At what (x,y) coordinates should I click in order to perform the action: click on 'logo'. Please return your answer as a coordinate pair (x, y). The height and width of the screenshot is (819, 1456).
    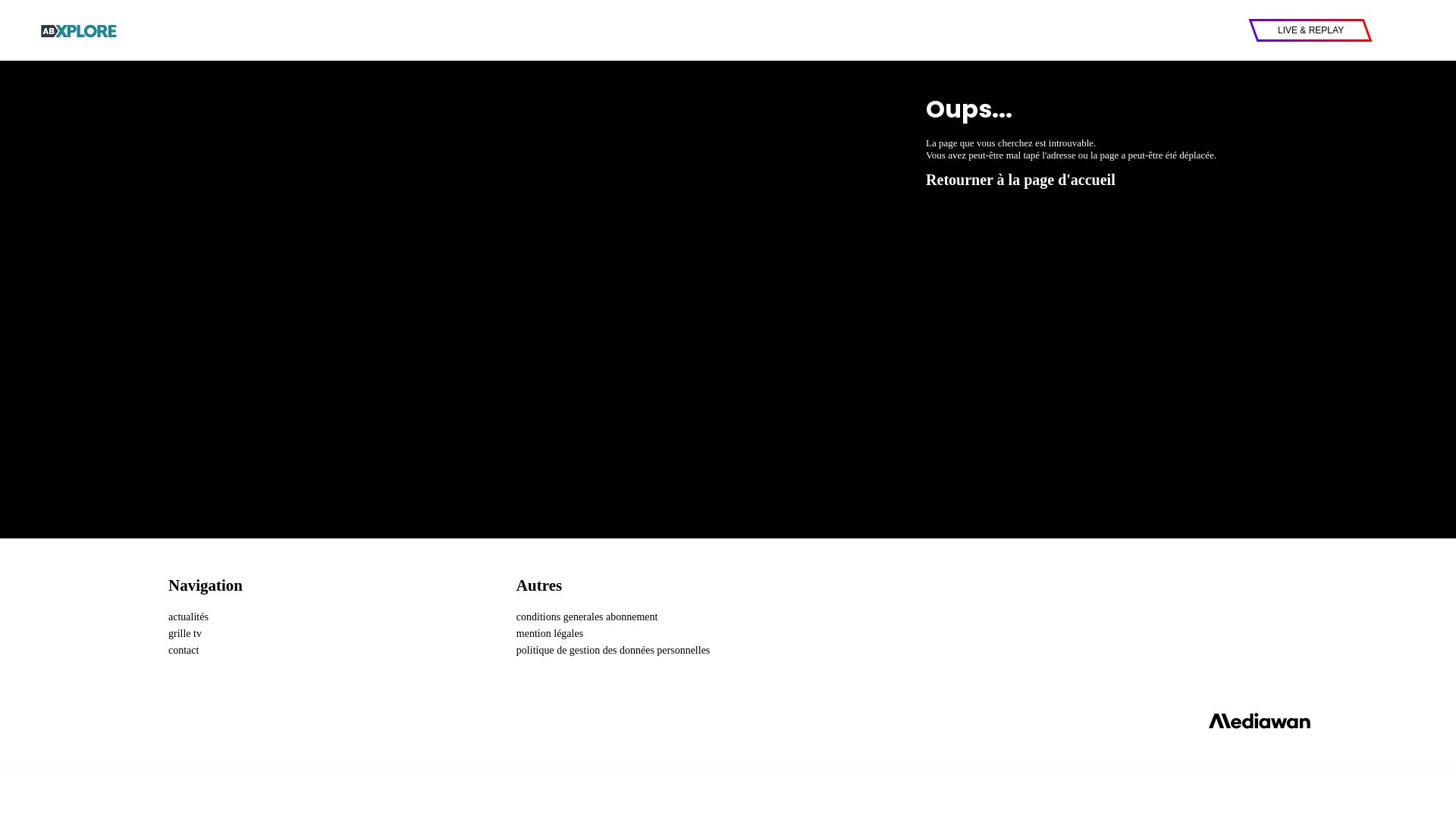
    Looking at the image, I should click on (79, 30).